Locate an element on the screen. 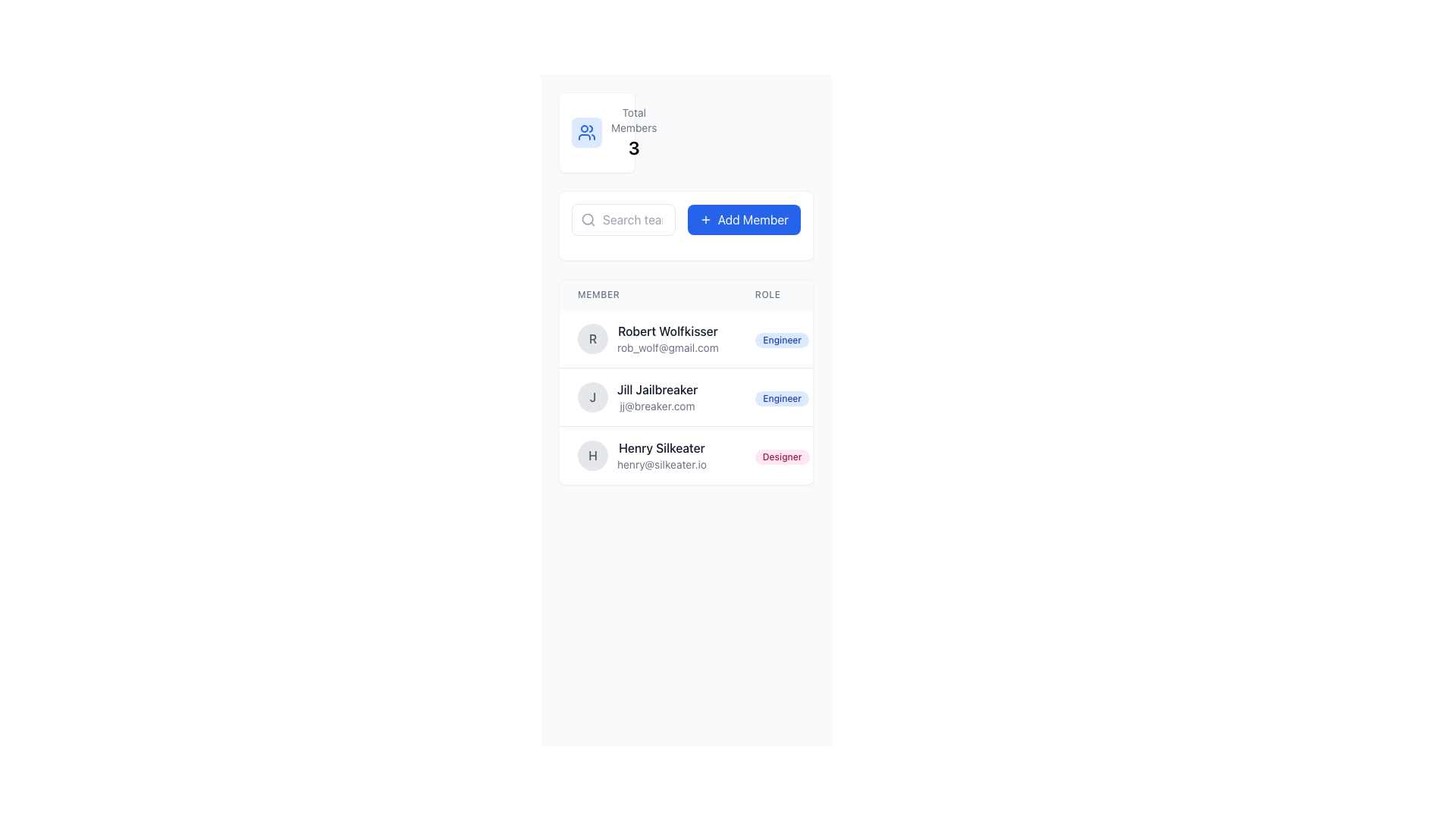 This screenshot has height=819, width=1456. the email address text label displaying 'Henry Silkeater' in the user management interface, located directly below the name field in the user panel is located at coordinates (662, 464).